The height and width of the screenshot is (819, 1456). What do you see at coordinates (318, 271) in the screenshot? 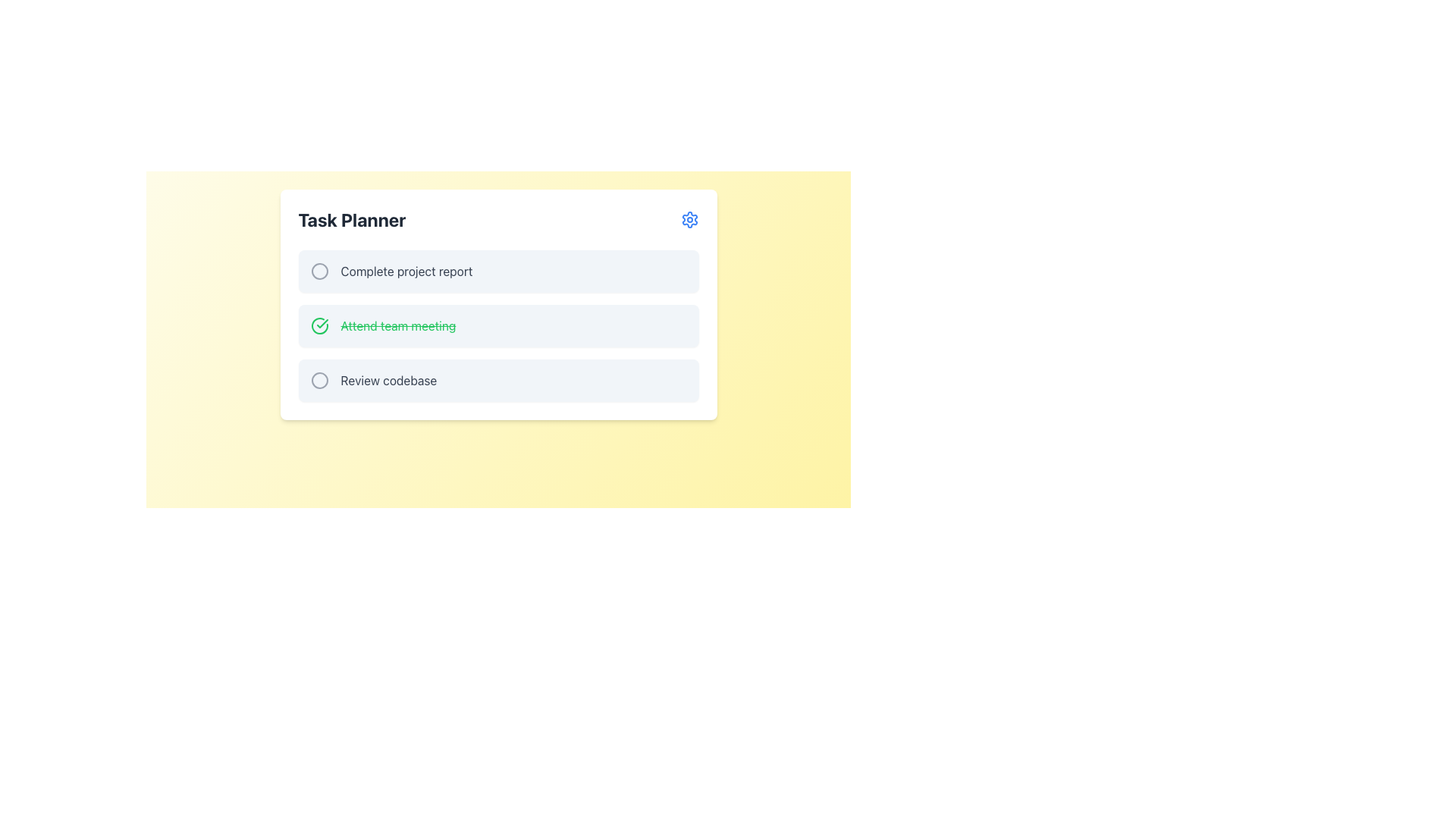
I see `the inactive gray circle element within the SVG icon, which is the central part of the icon located to the left of the 'Complete project report' task text in the task list interface` at bounding box center [318, 271].